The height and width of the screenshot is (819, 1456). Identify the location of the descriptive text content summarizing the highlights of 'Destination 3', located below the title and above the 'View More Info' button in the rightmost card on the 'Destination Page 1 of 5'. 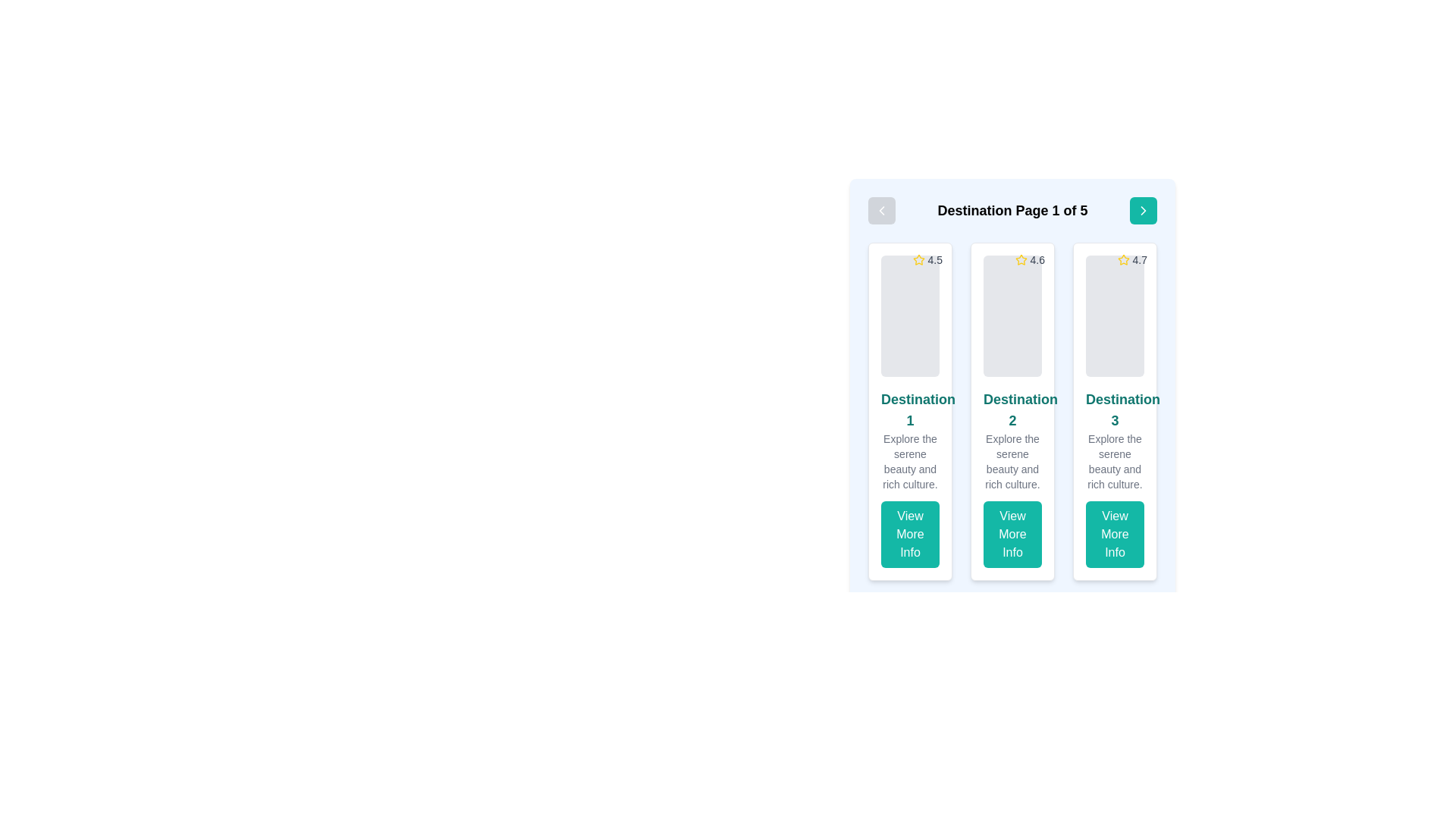
(1115, 461).